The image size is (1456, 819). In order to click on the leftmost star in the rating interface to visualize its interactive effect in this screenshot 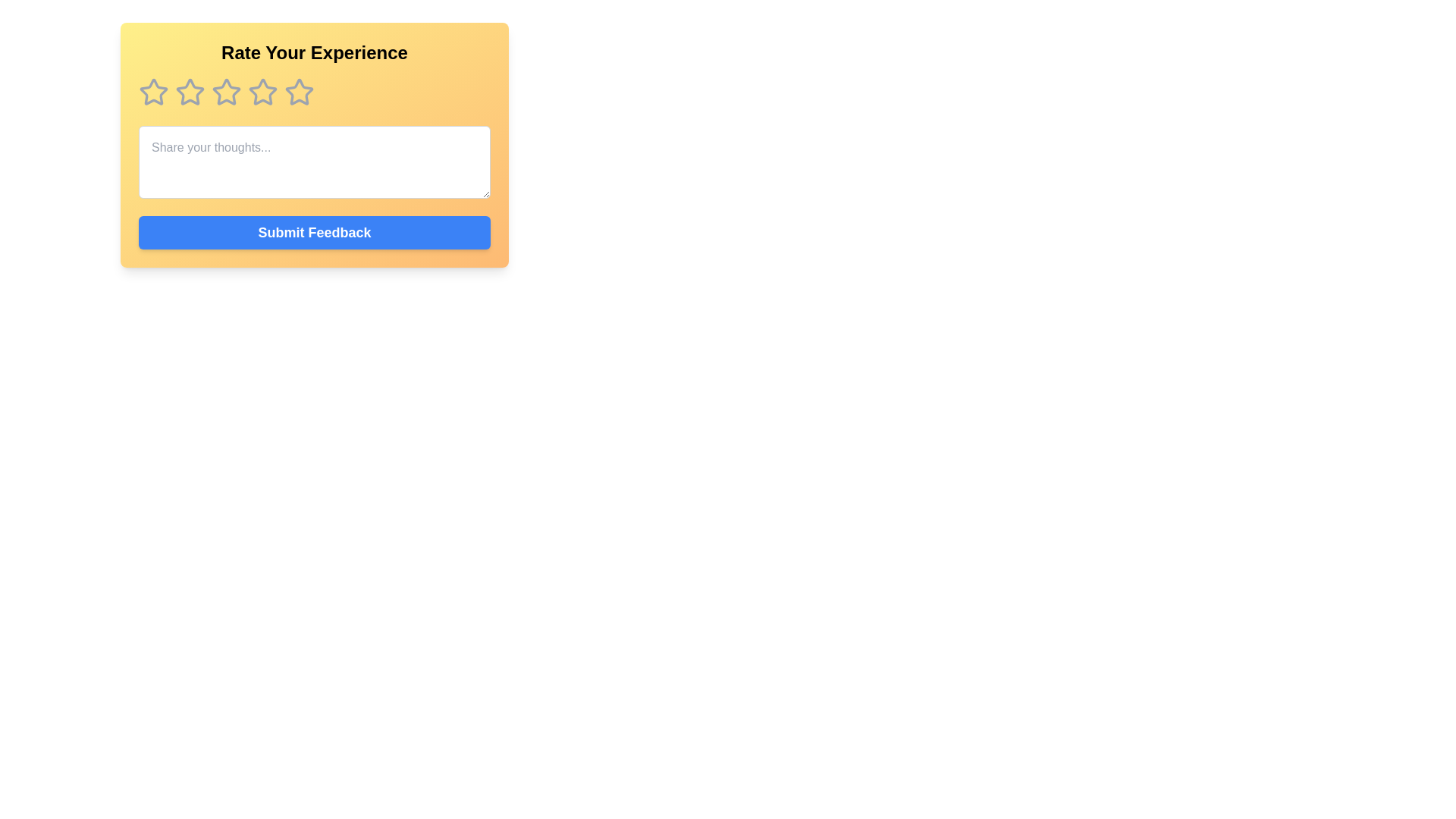, I will do `click(153, 93)`.